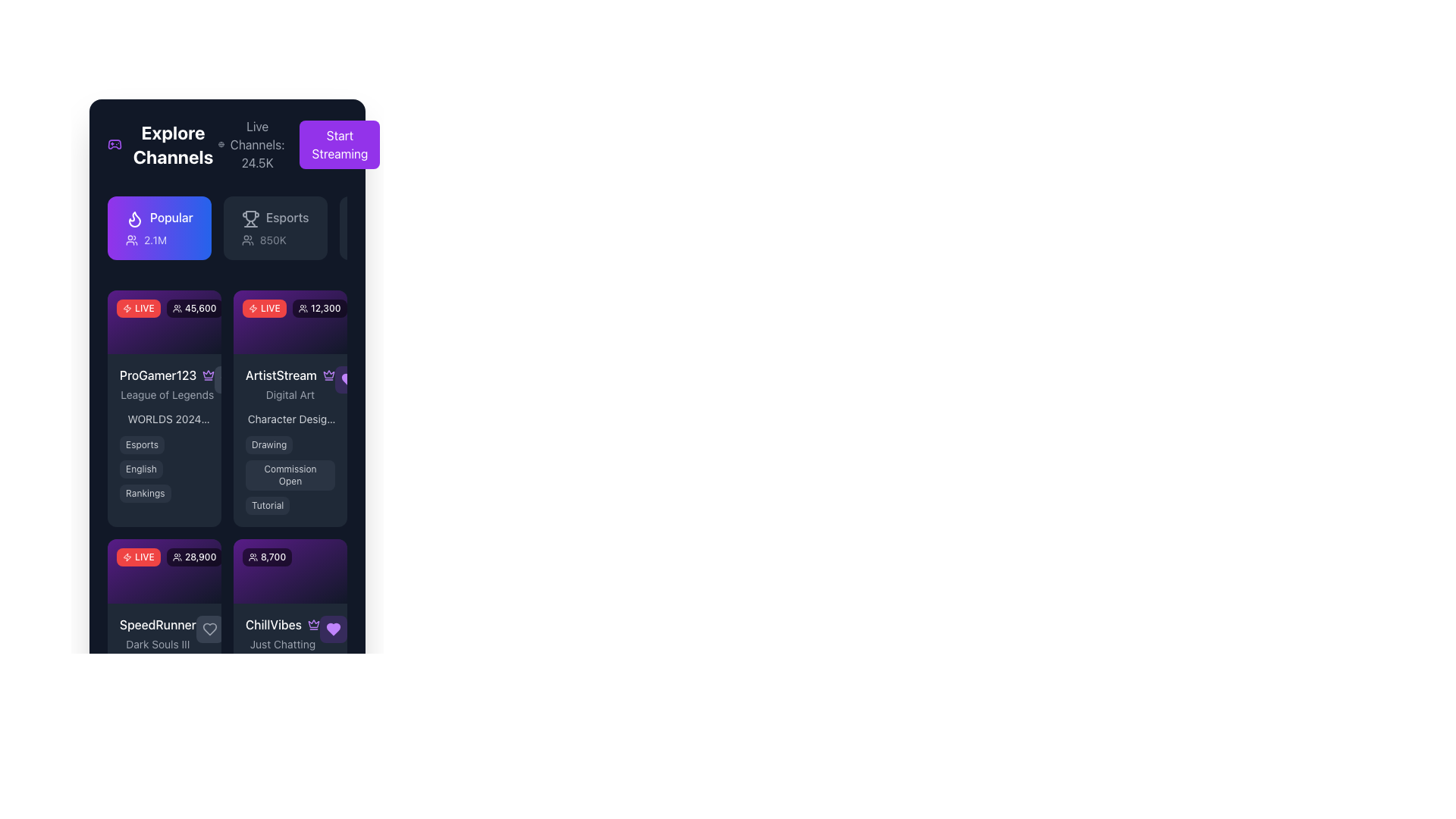  I want to click on keyboard navigation, so click(226, 231).